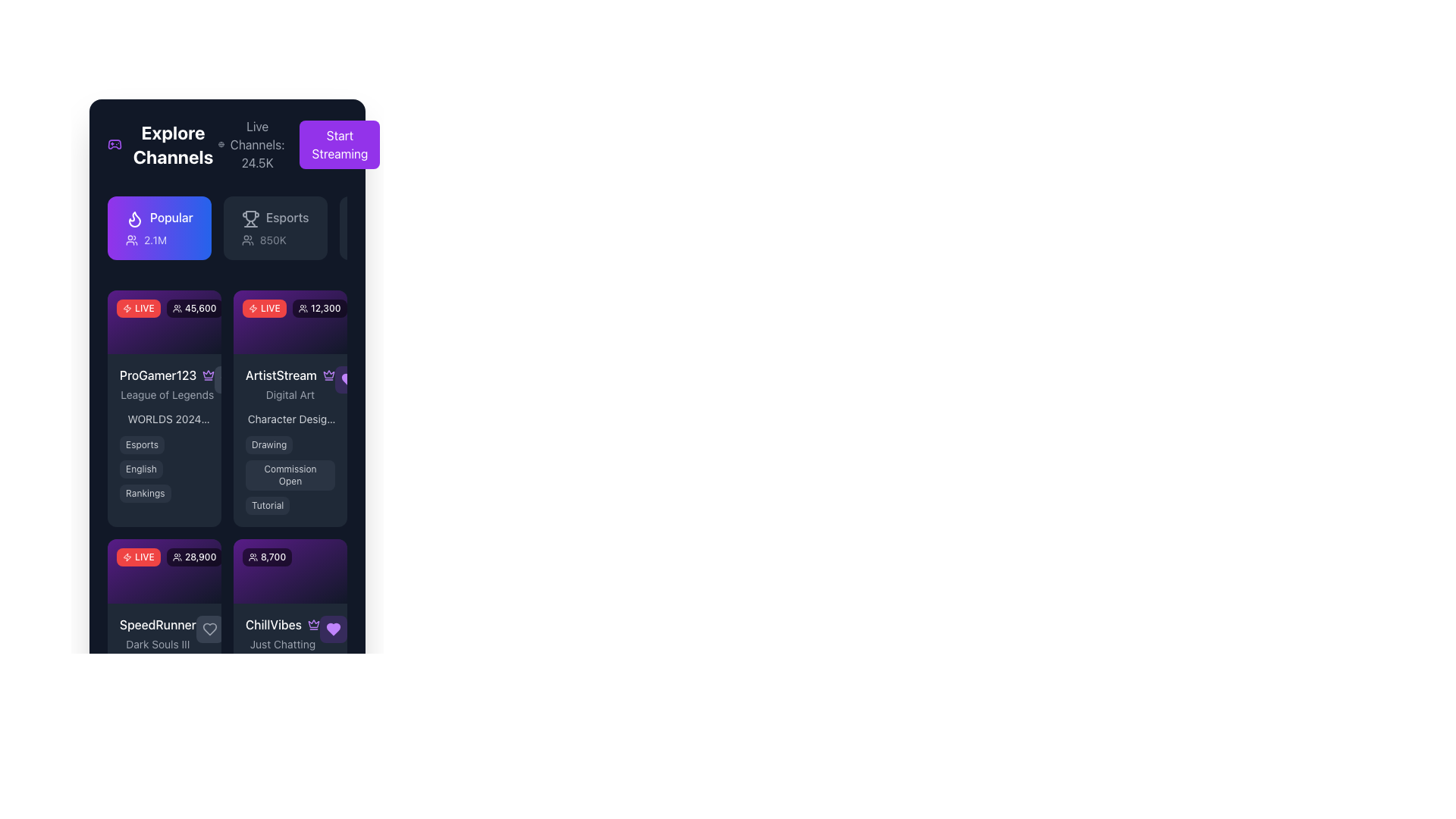  I want to click on keyboard navigation, so click(226, 231).